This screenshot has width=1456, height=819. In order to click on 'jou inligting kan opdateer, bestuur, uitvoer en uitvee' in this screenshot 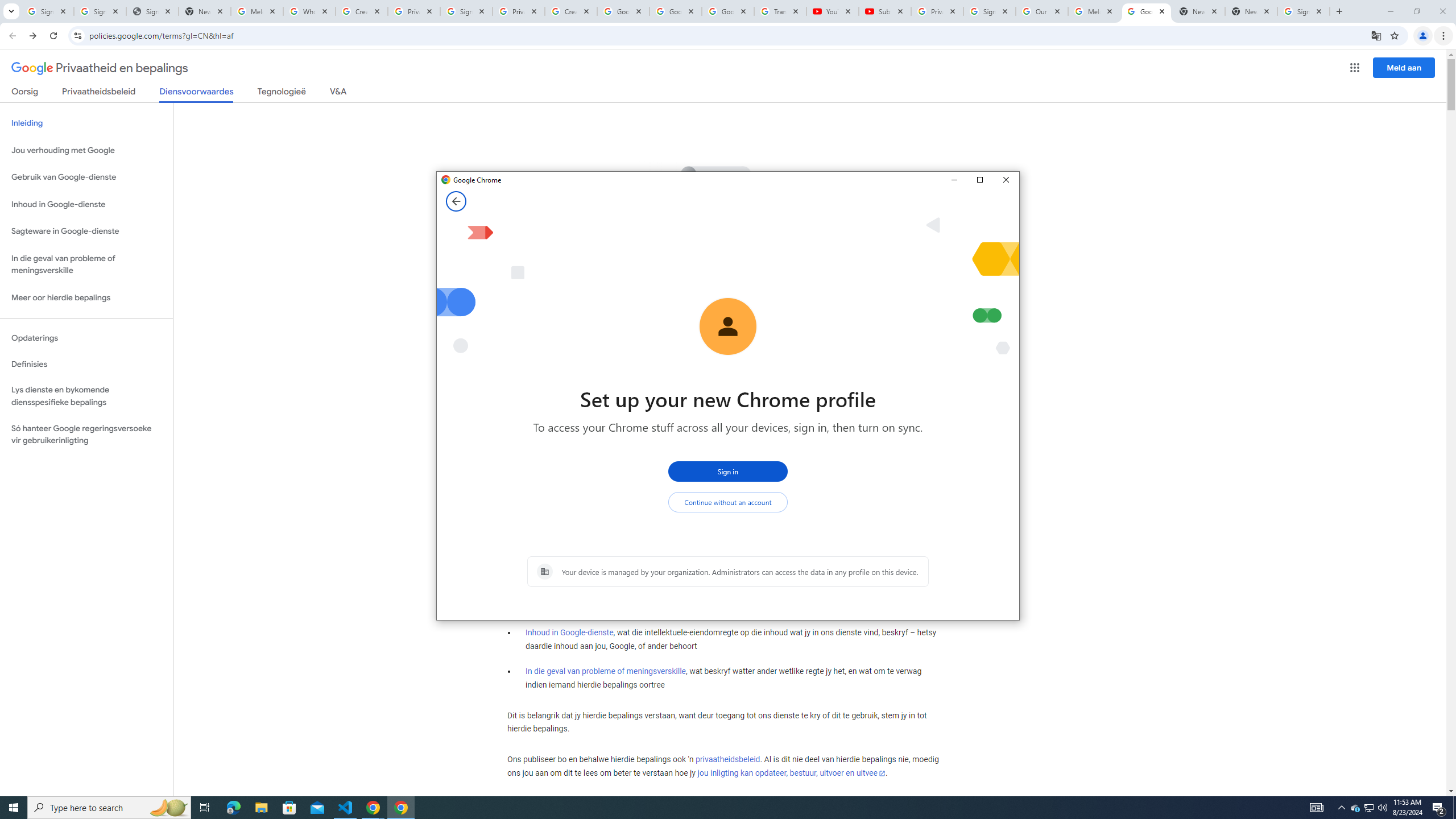, I will do `click(791, 773)`.